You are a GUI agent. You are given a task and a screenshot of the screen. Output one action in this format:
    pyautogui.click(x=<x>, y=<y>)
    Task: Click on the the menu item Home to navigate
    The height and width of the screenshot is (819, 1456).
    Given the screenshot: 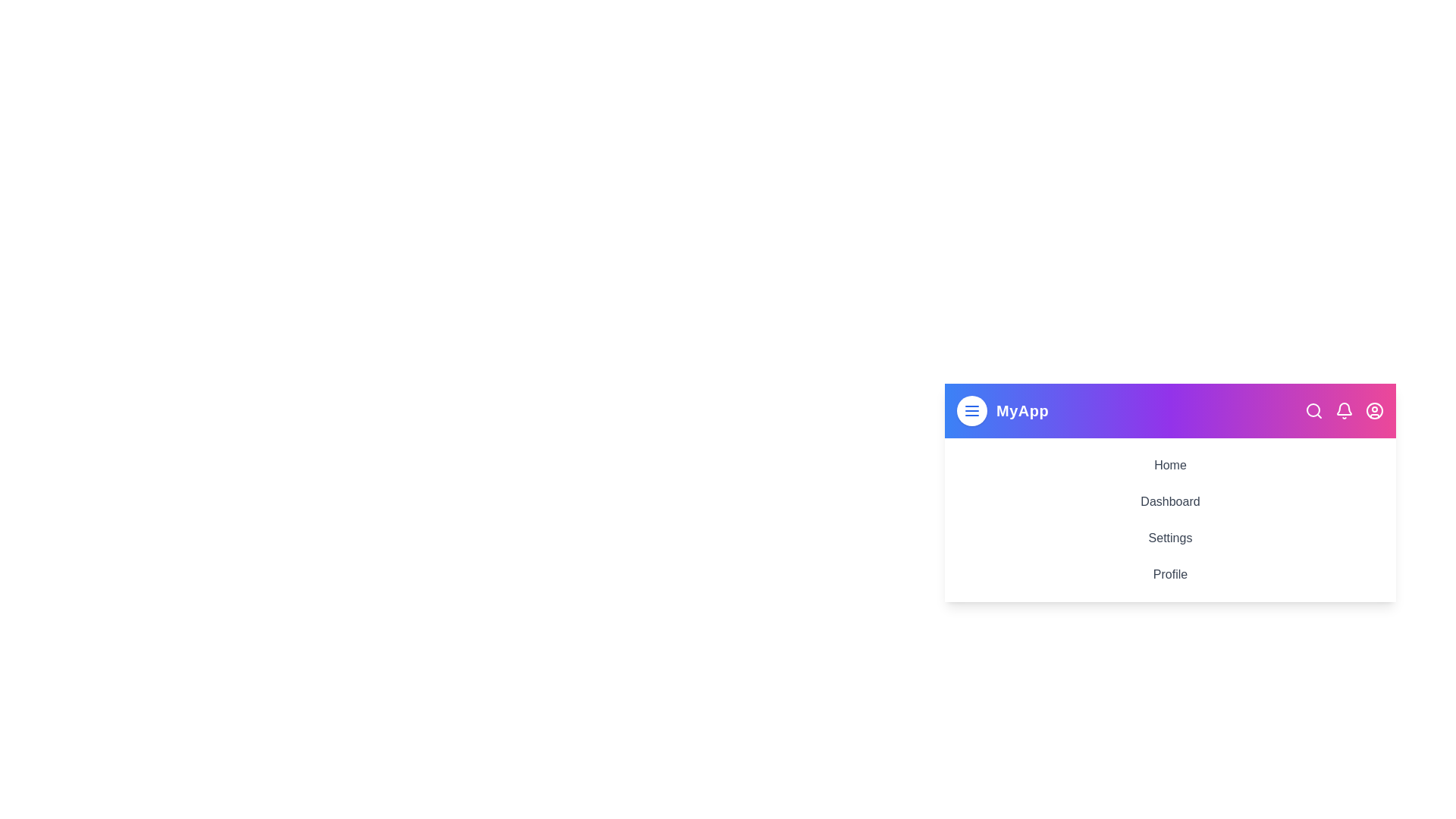 What is the action you would take?
    pyautogui.click(x=1169, y=464)
    